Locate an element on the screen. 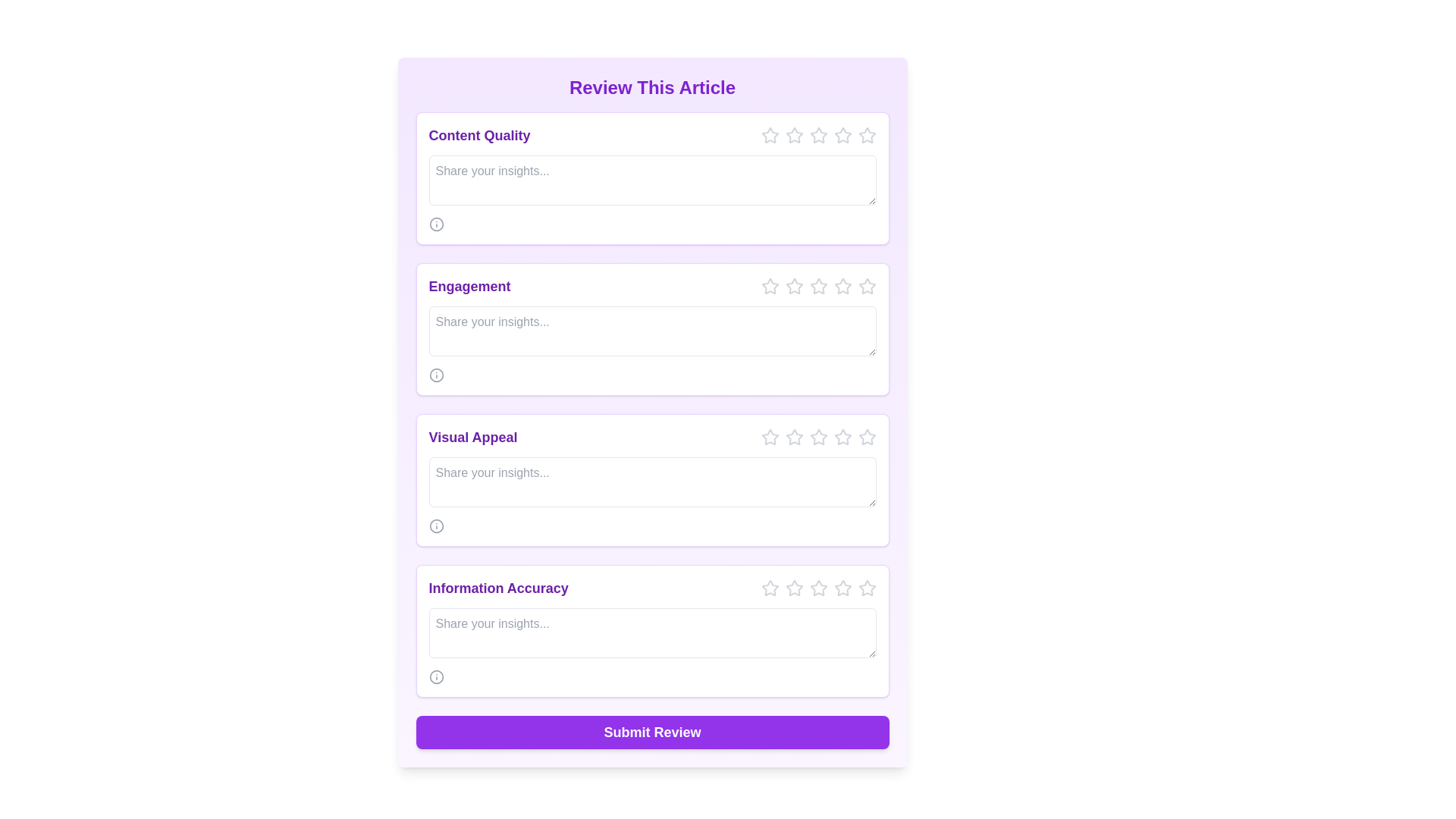  the contextual information icon located beneath the 'Content Quality' section header to gather information is located at coordinates (435, 224).